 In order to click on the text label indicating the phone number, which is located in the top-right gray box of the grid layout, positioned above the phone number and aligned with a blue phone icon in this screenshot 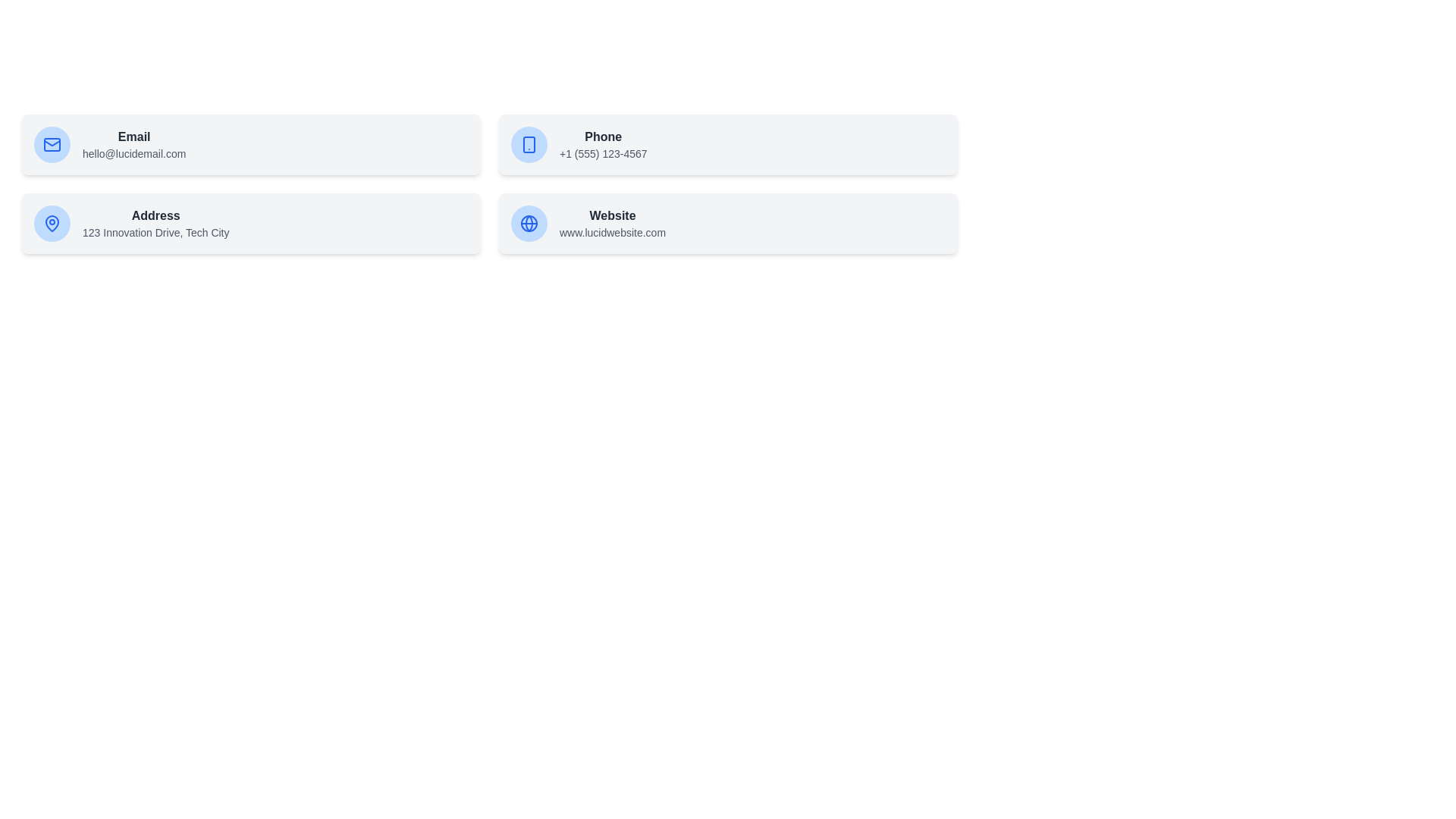, I will do `click(602, 137)`.